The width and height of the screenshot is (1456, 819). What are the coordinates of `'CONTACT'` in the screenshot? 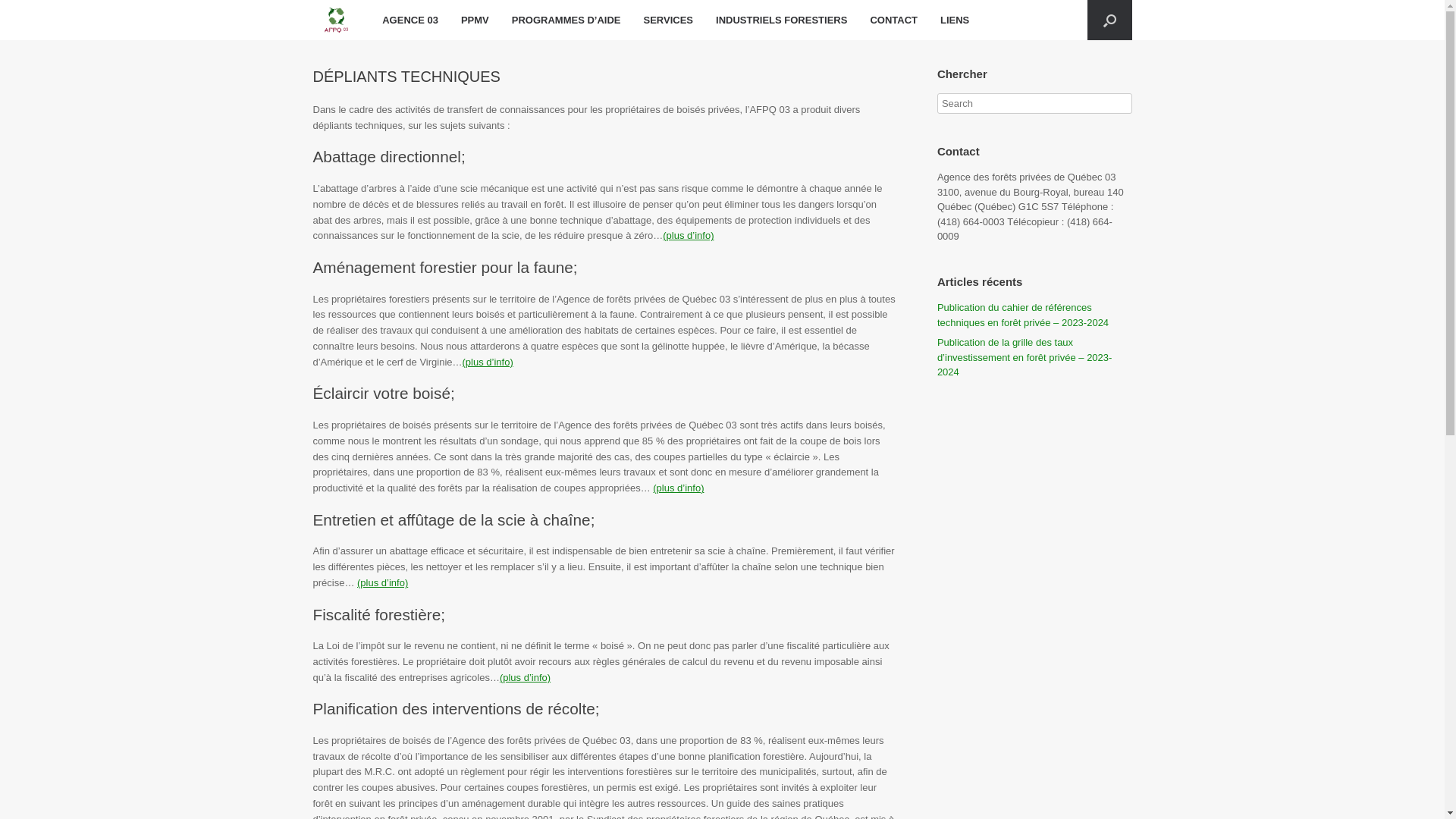 It's located at (893, 20).